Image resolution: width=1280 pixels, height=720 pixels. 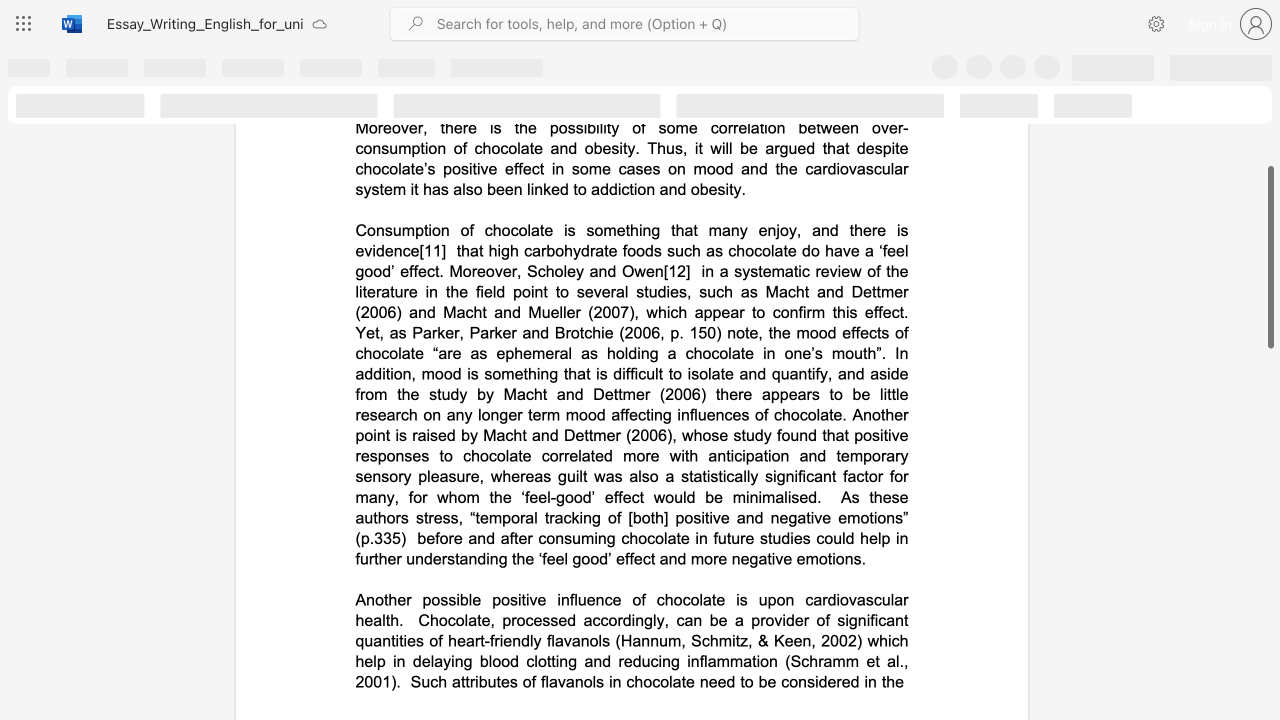 What do you see at coordinates (1269, 256) in the screenshot?
I see `the scrollbar and move down 910 pixels` at bounding box center [1269, 256].